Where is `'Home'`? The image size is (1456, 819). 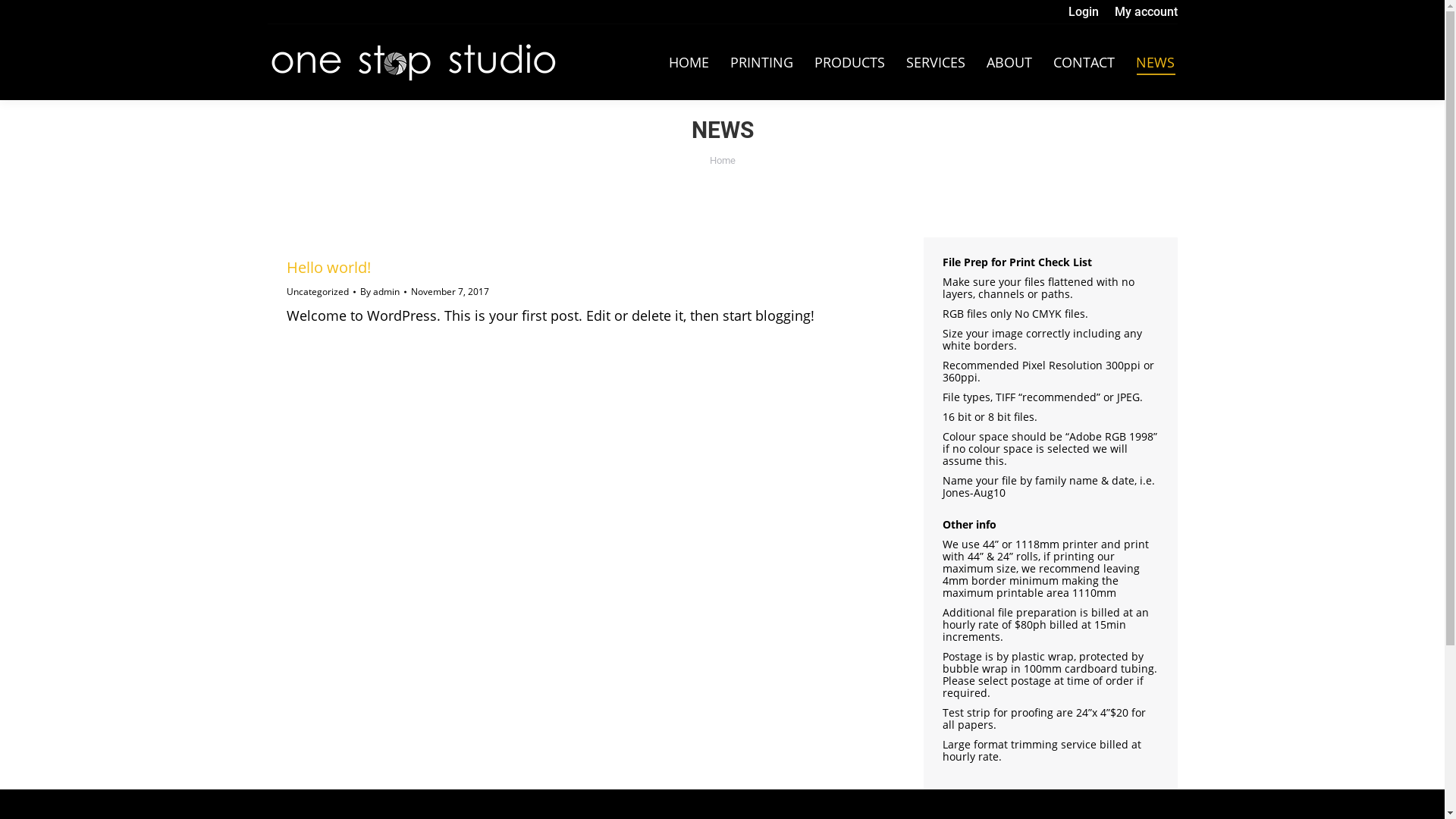
'Home' is located at coordinates (709, 160).